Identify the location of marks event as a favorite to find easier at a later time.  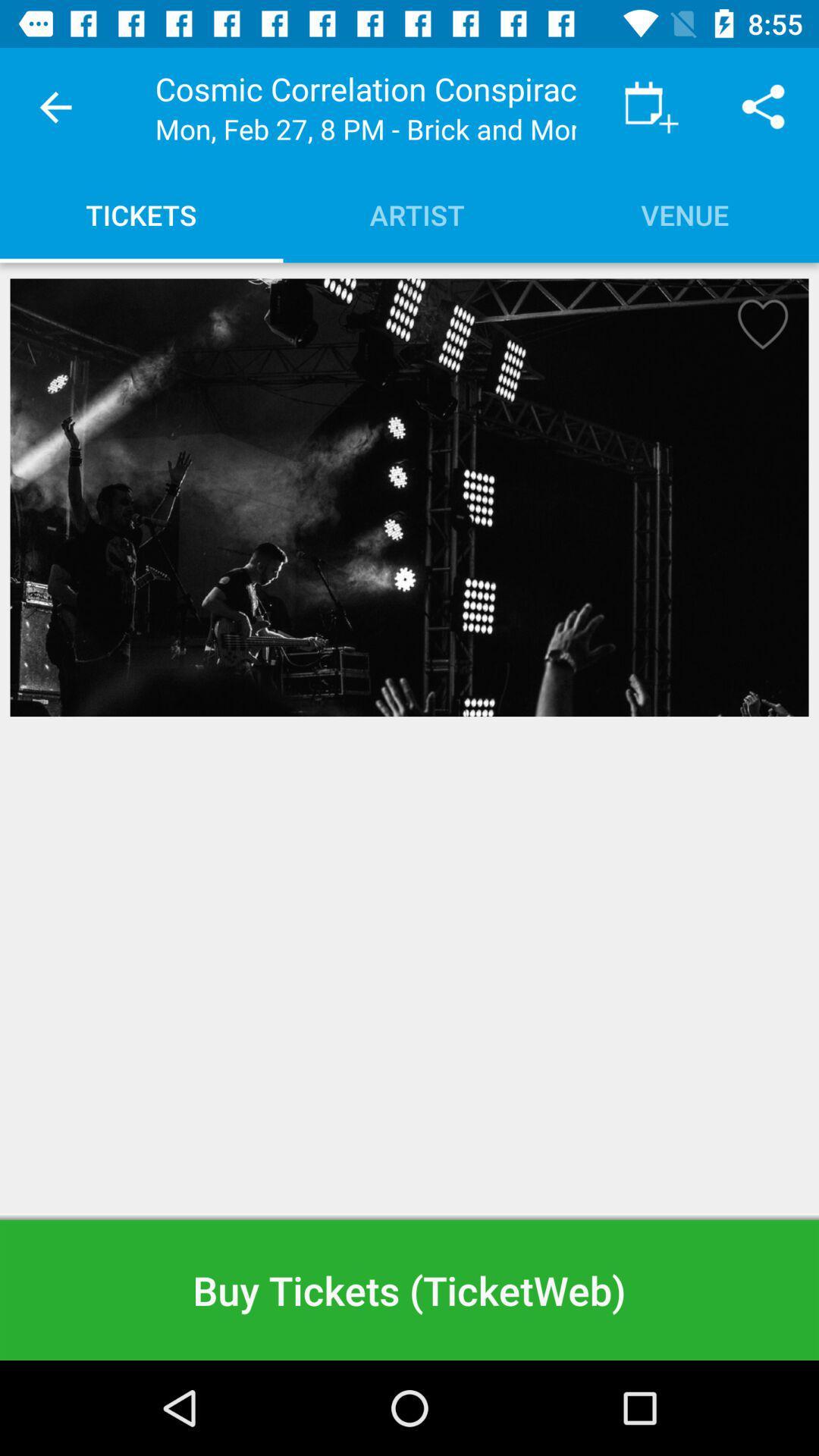
(758, 328).